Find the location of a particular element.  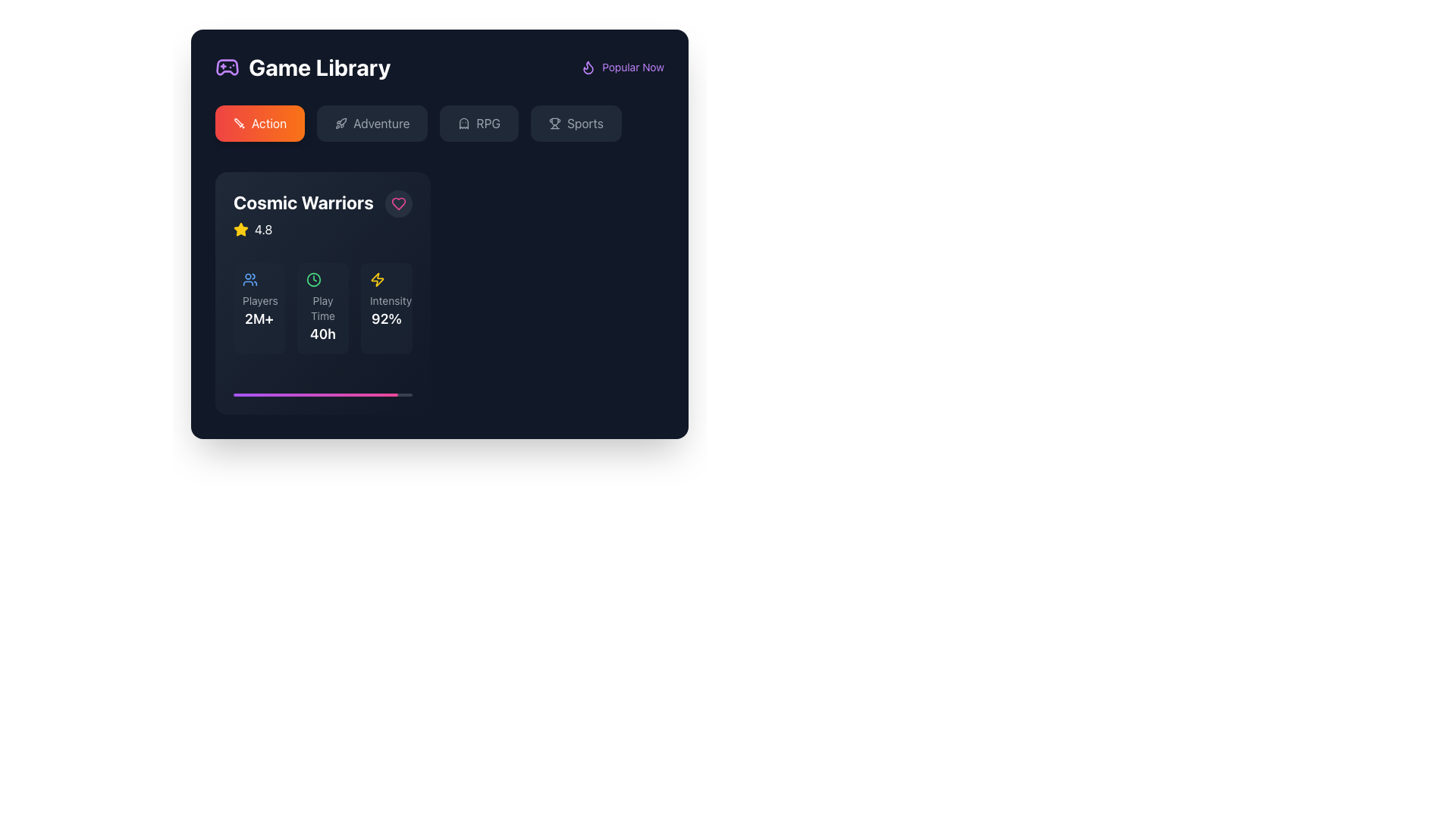

statistics displayed on the Statistical Information Display card, which shows 'Players' and '2M+' with an icon of two people at the top is located at coordinates (259, 308).